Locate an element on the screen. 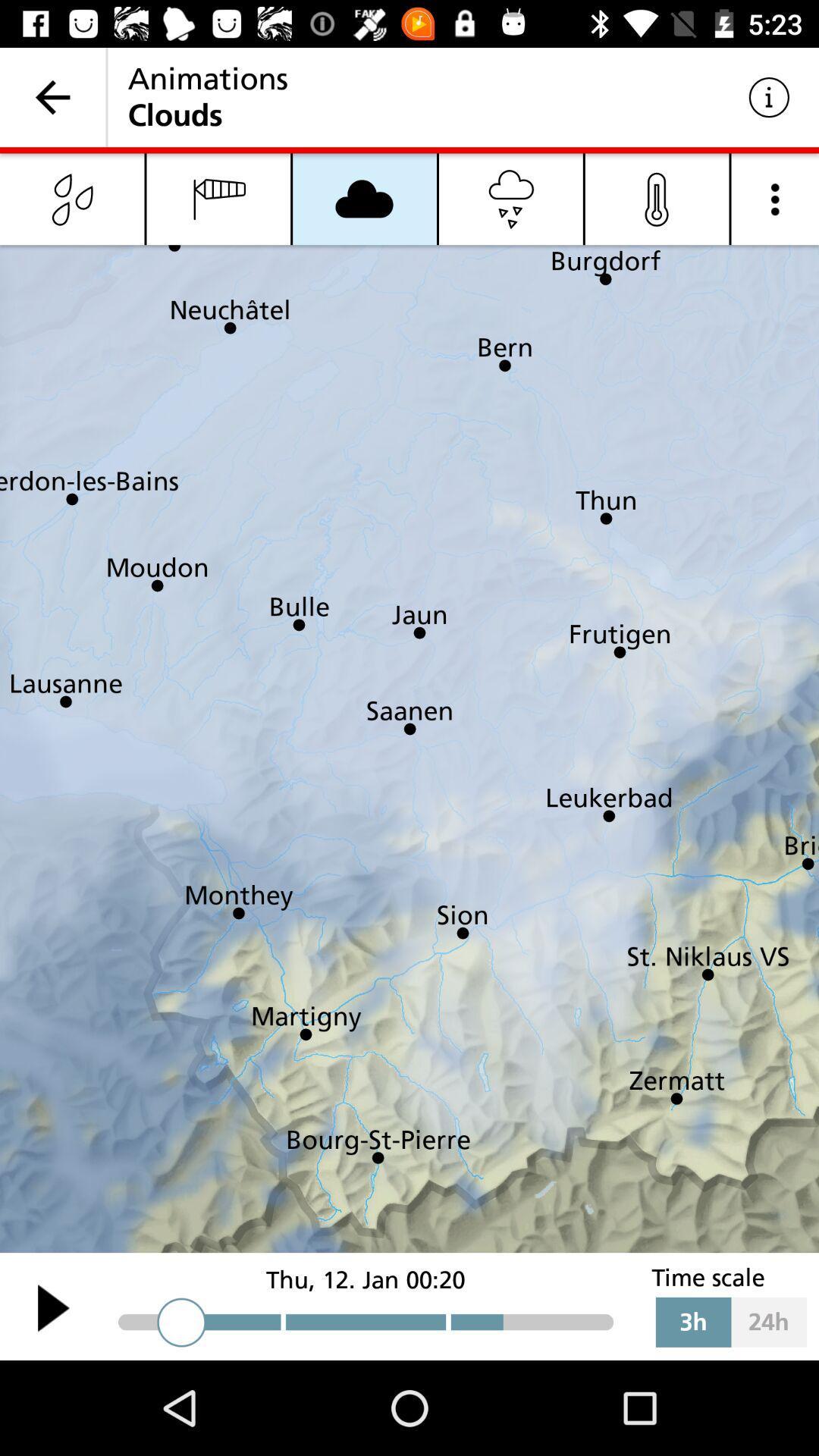 Image resolution: width=819 pixels, height=1456 pixels. play is located at coordinates (52, 1307).